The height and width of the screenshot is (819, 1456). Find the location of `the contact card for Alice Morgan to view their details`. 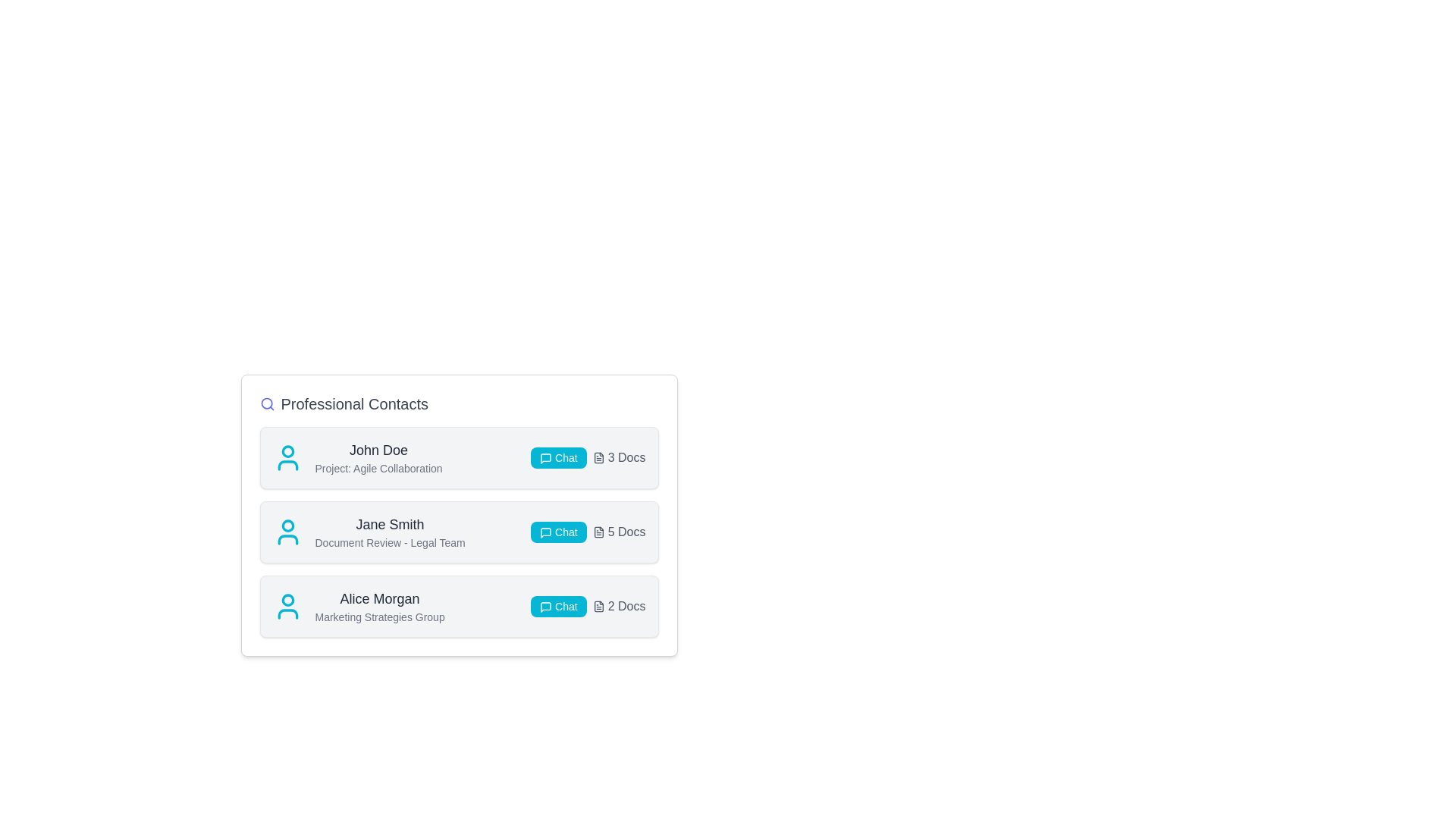

the contact card for Alice Morgan to view their details is located at coordinates (458, 605).